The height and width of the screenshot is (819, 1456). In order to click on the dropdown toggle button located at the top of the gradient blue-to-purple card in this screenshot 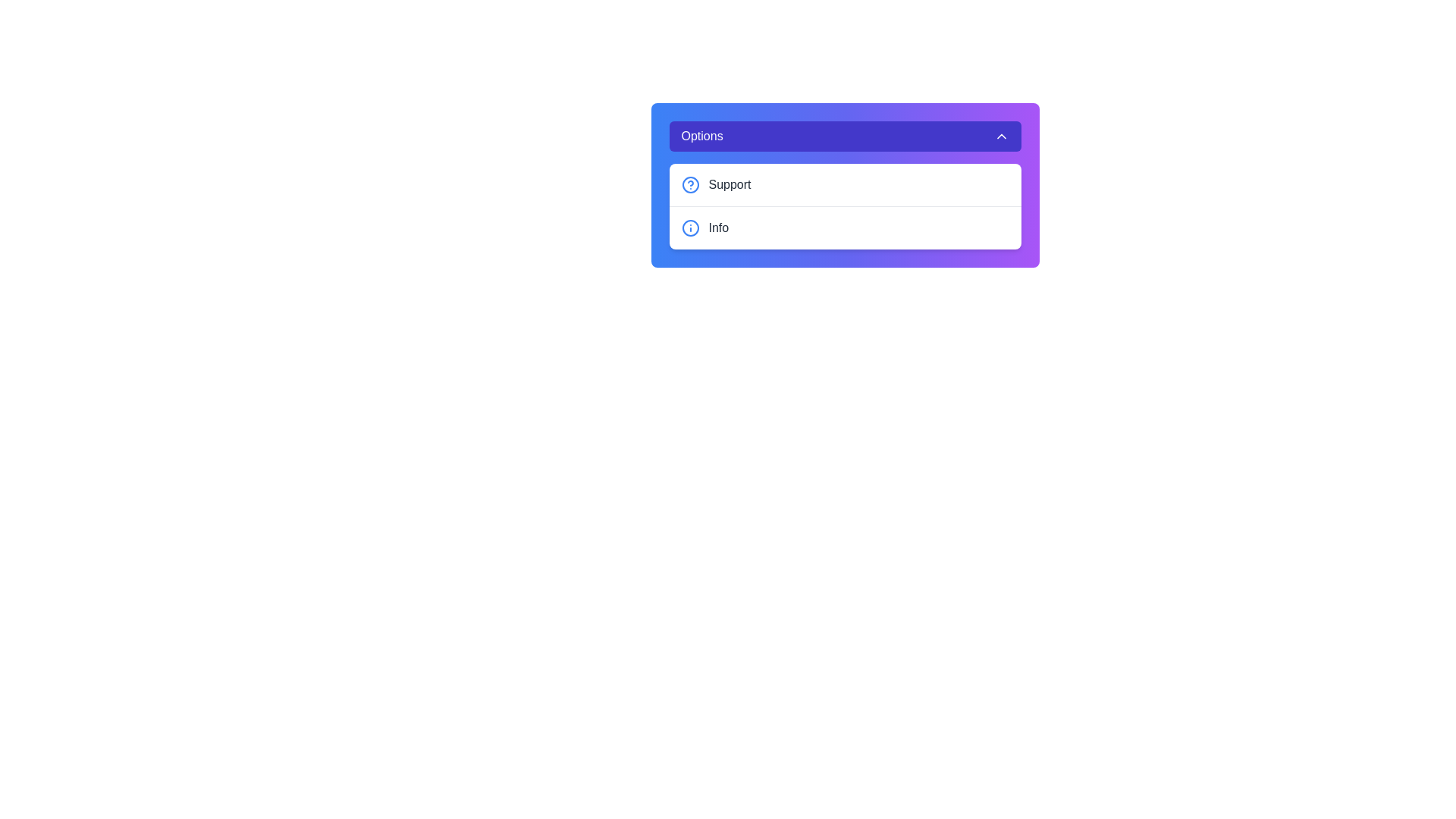, I will do `click(844, 136)`.